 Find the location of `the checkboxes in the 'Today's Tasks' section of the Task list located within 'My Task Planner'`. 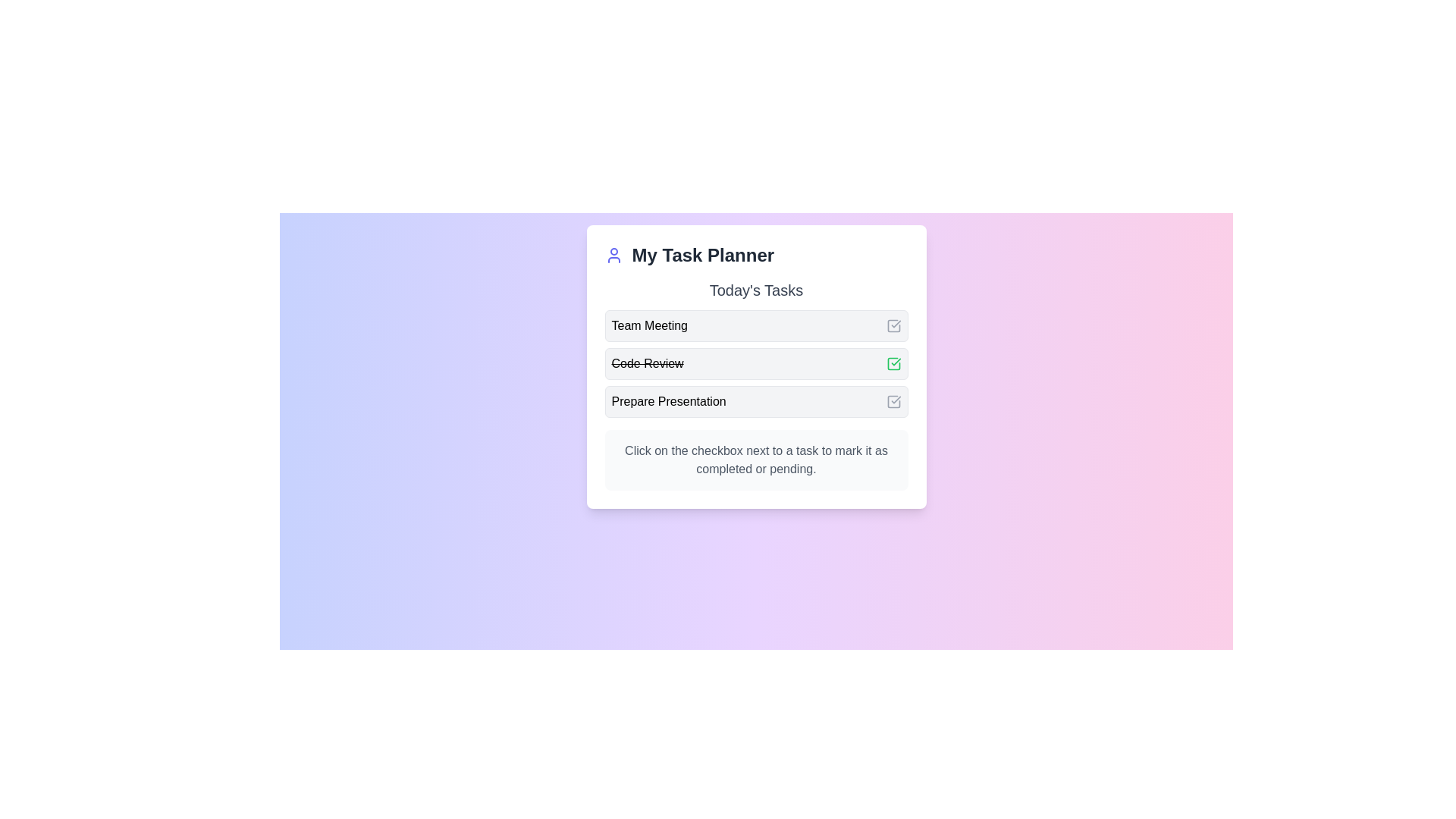

the checkboxes in the 'Today's Tasks' section of the Task list located within 'My Task Planner' is located at coordinates (756, 348).